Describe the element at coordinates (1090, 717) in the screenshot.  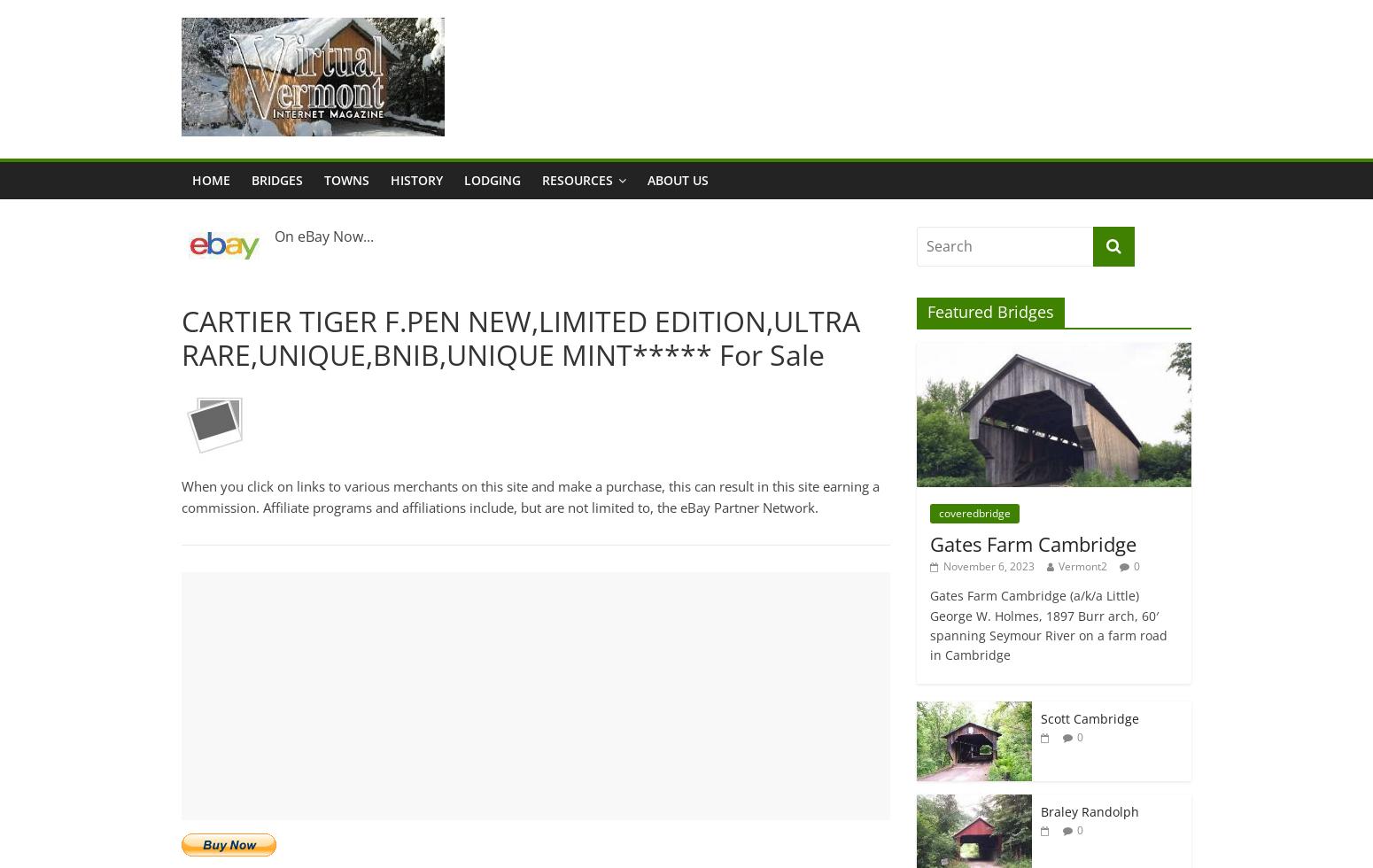
I see `'Scott Cambridge'` at that location.